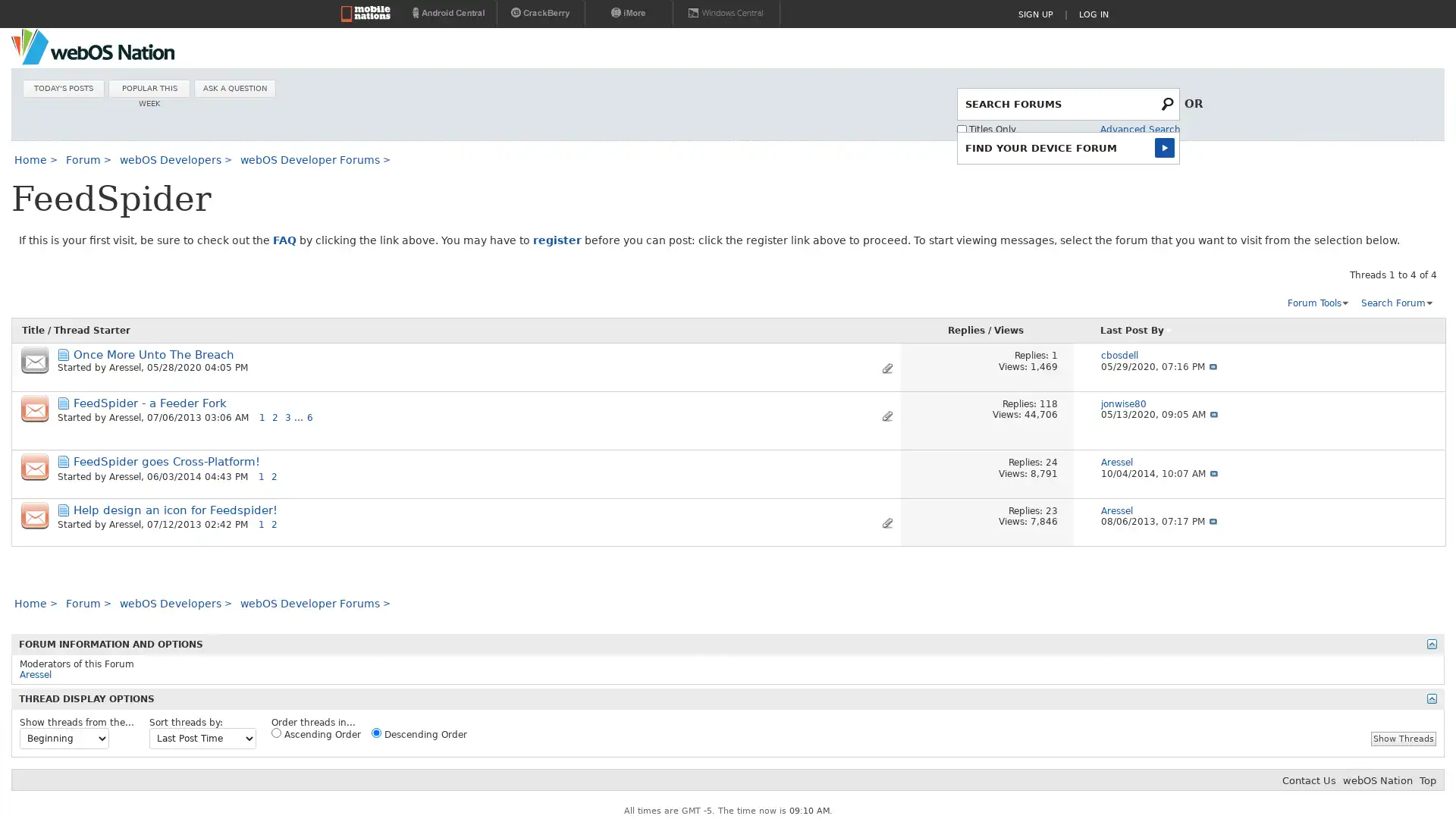 This screenshot has width=1456, height=819. I want to click on Show Threads, so click(1403, 737).